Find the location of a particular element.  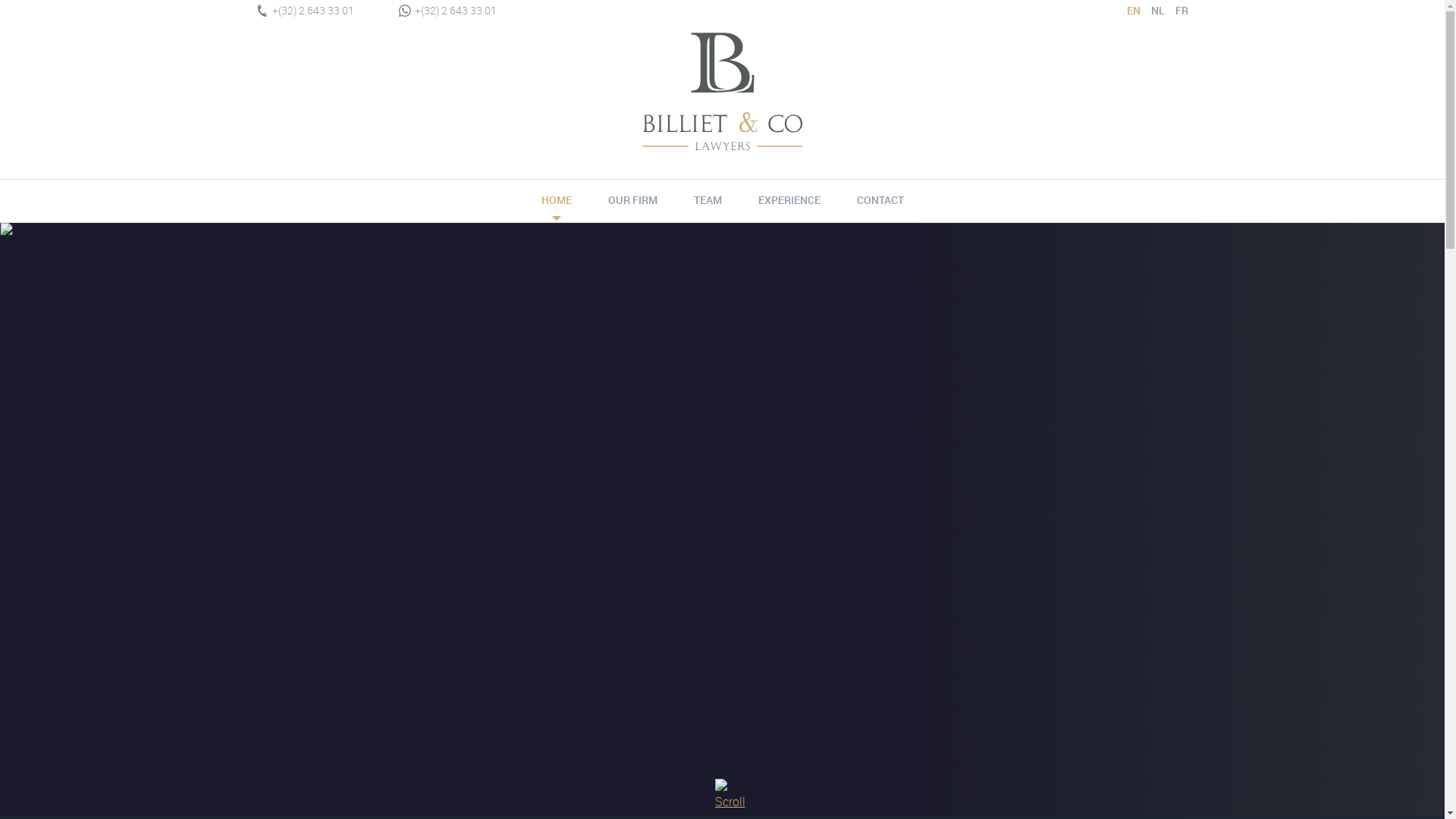

'+(32) 2 643 33 01' is located at coordinates (447, 11).